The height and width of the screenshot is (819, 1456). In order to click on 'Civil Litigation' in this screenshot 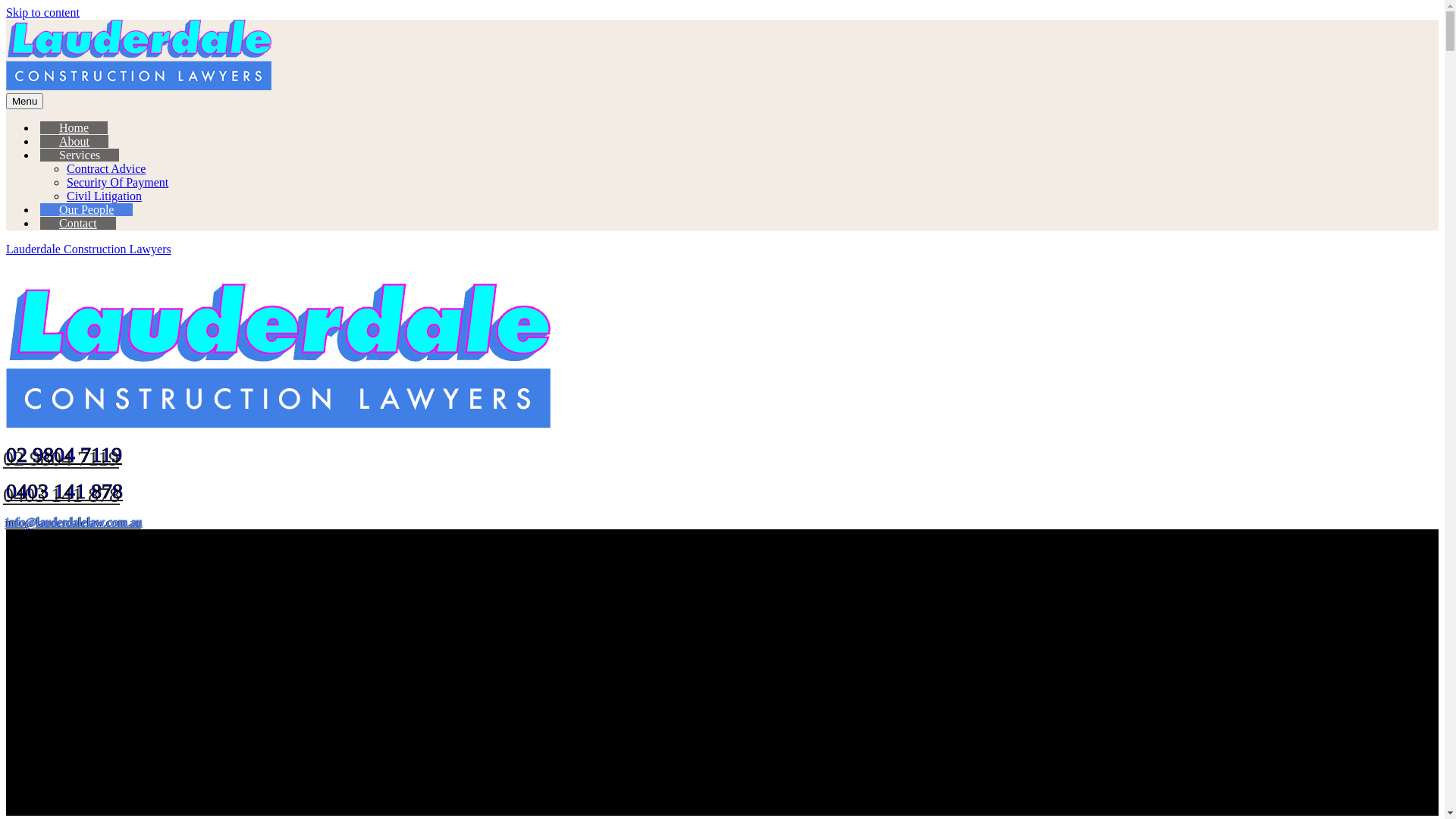, I will do `click(103, 195)`.